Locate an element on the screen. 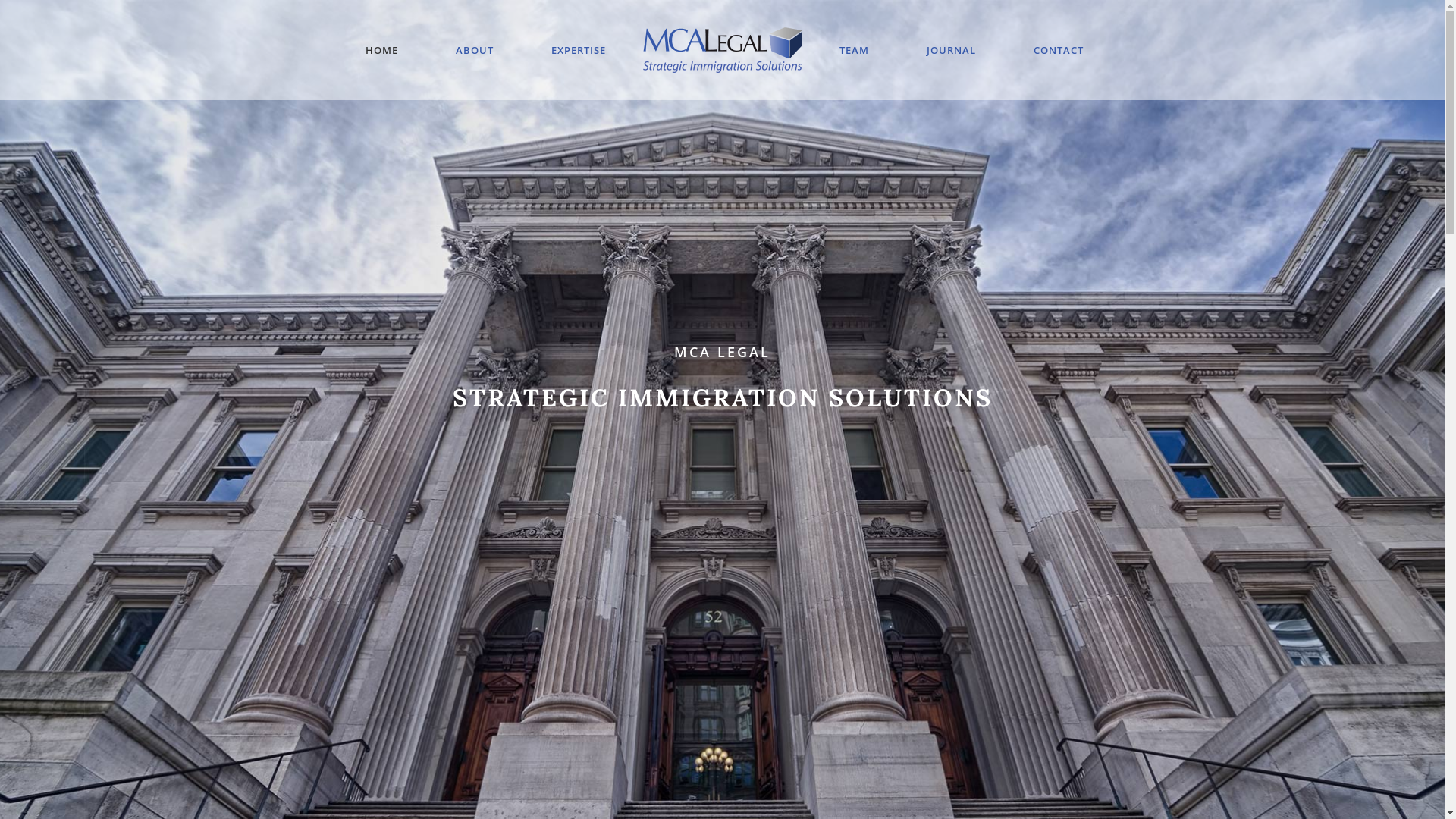 This screenshot has height=819, width=1456. 'HOME' is located at coordinates (381, 49).